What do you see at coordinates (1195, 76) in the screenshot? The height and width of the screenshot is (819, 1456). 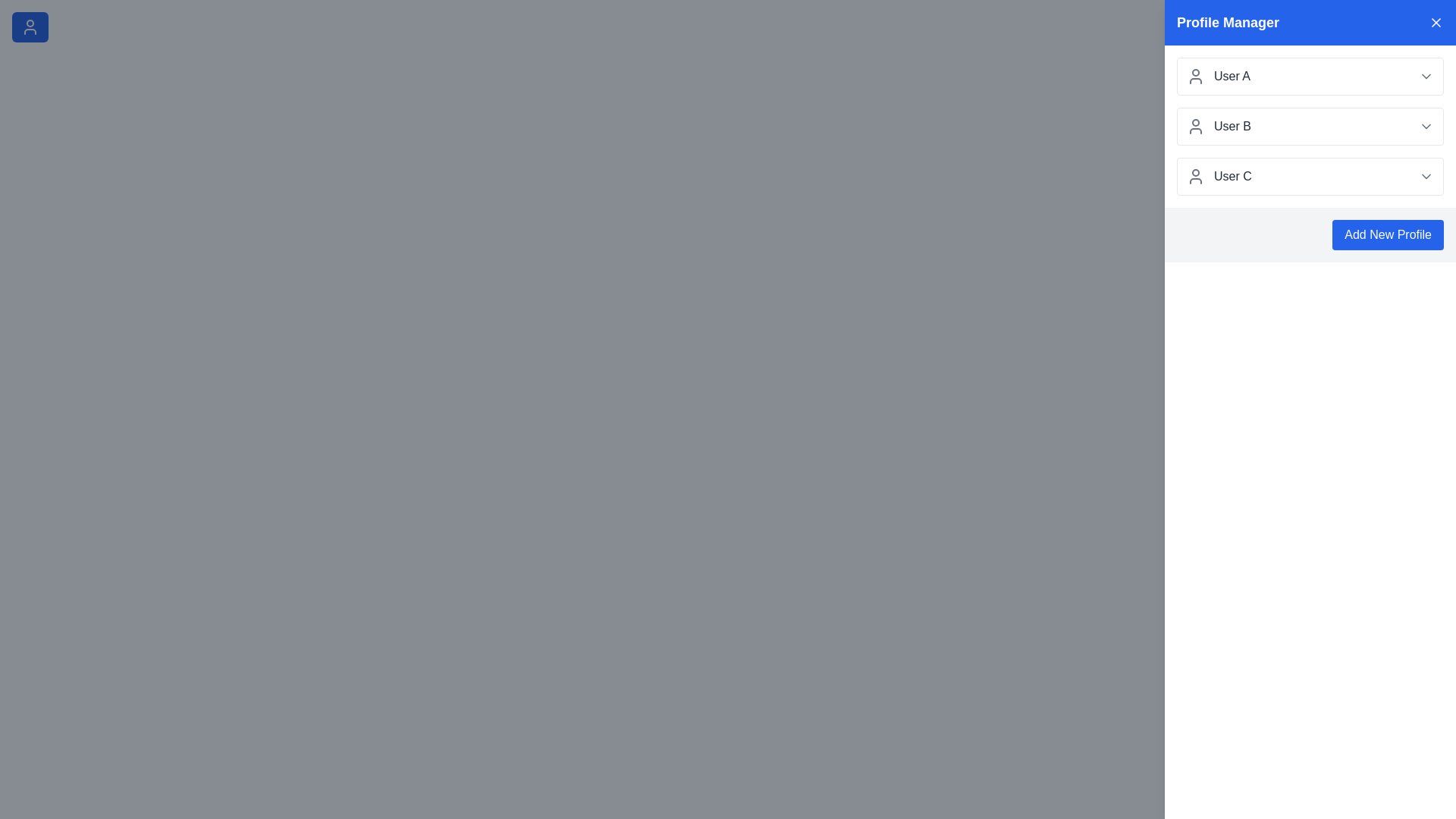 I see `the user icon located to the left of the 'User A' label in the Profile Manager list, which serves as an identifier for that list item` at bounding box center [1195, 76].